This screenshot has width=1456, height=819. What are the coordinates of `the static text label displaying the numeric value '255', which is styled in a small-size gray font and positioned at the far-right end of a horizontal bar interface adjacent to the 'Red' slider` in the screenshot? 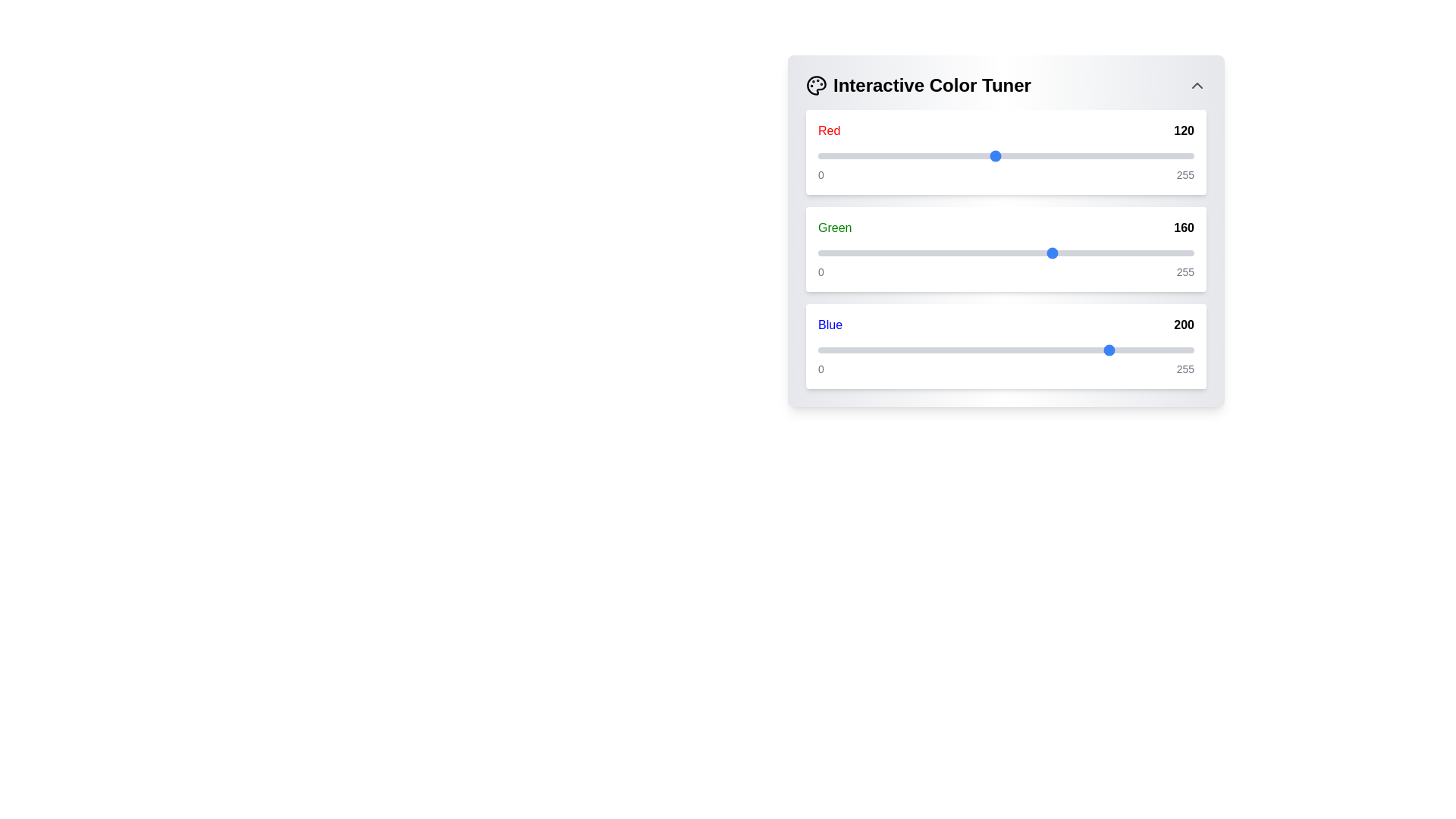 It's located at (1185, 174).